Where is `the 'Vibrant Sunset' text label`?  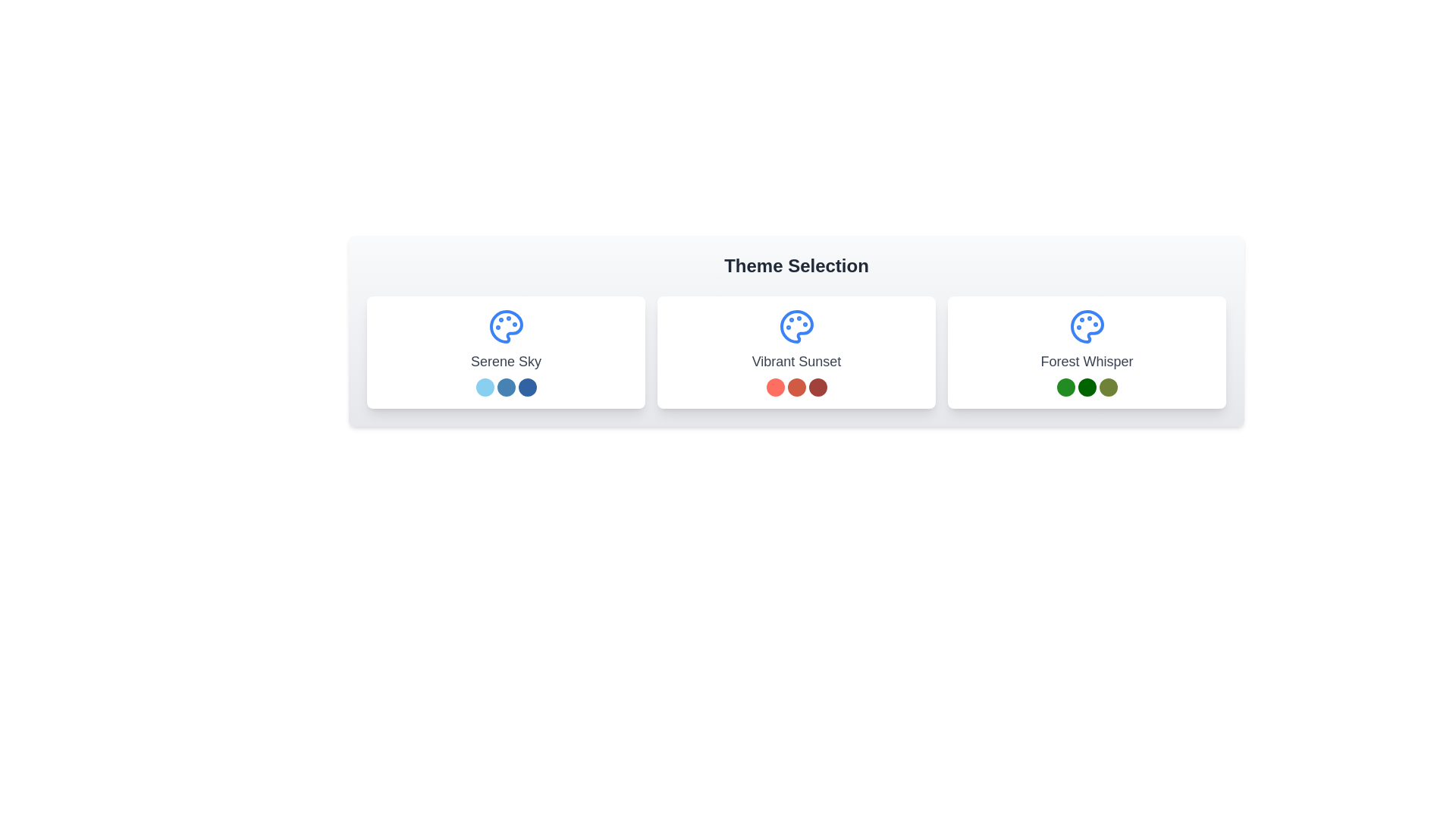 the 'Vibrant Sunset' text label is located at coordinates (795, 362).